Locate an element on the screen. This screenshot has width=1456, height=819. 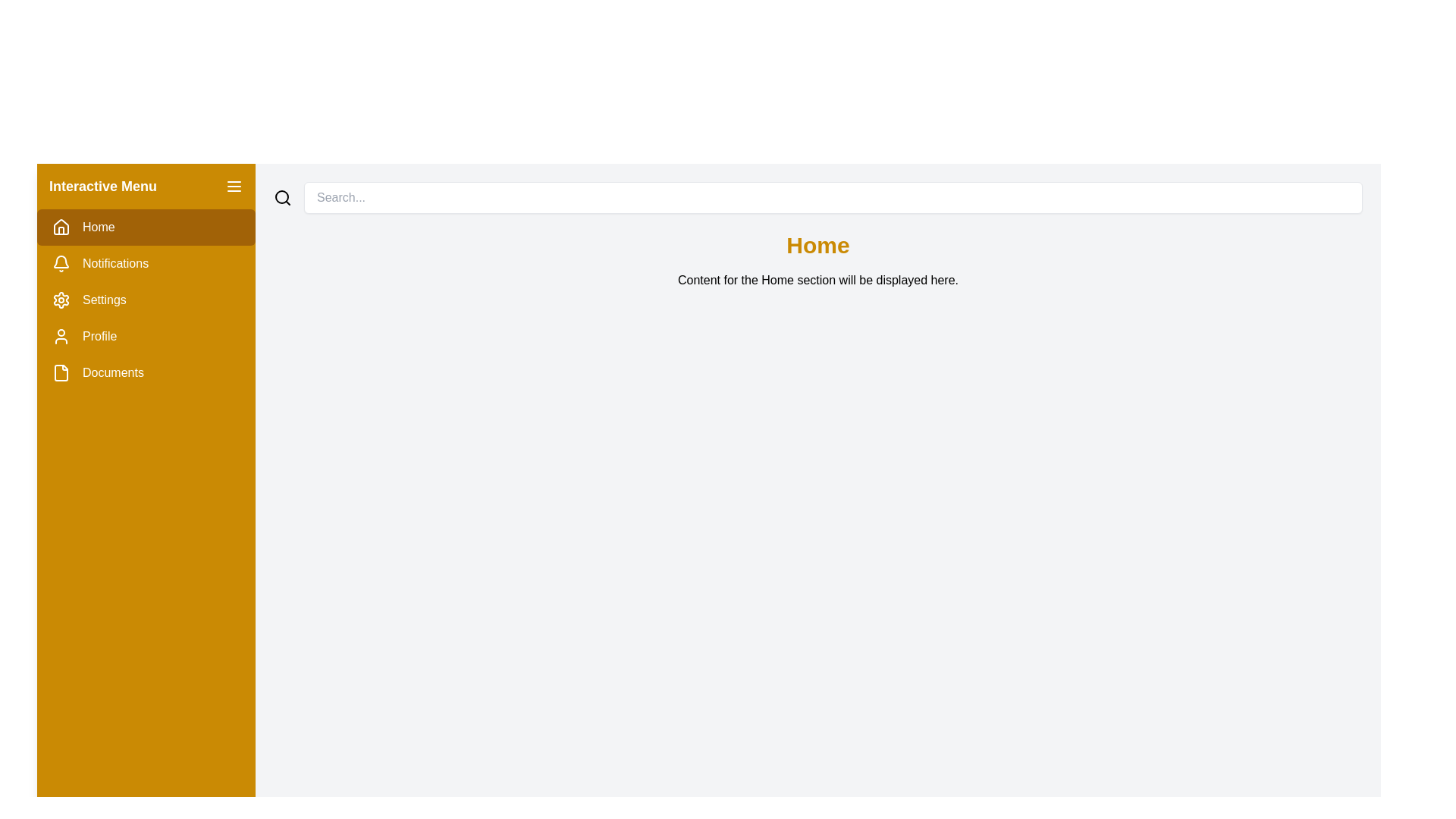
the small menu icon composed of three horizontal lines styled in white on a golden background, located at the top-right corner of the left navigation bar, near the label 'Interactive Menu' is located at coordinates (233, 186).